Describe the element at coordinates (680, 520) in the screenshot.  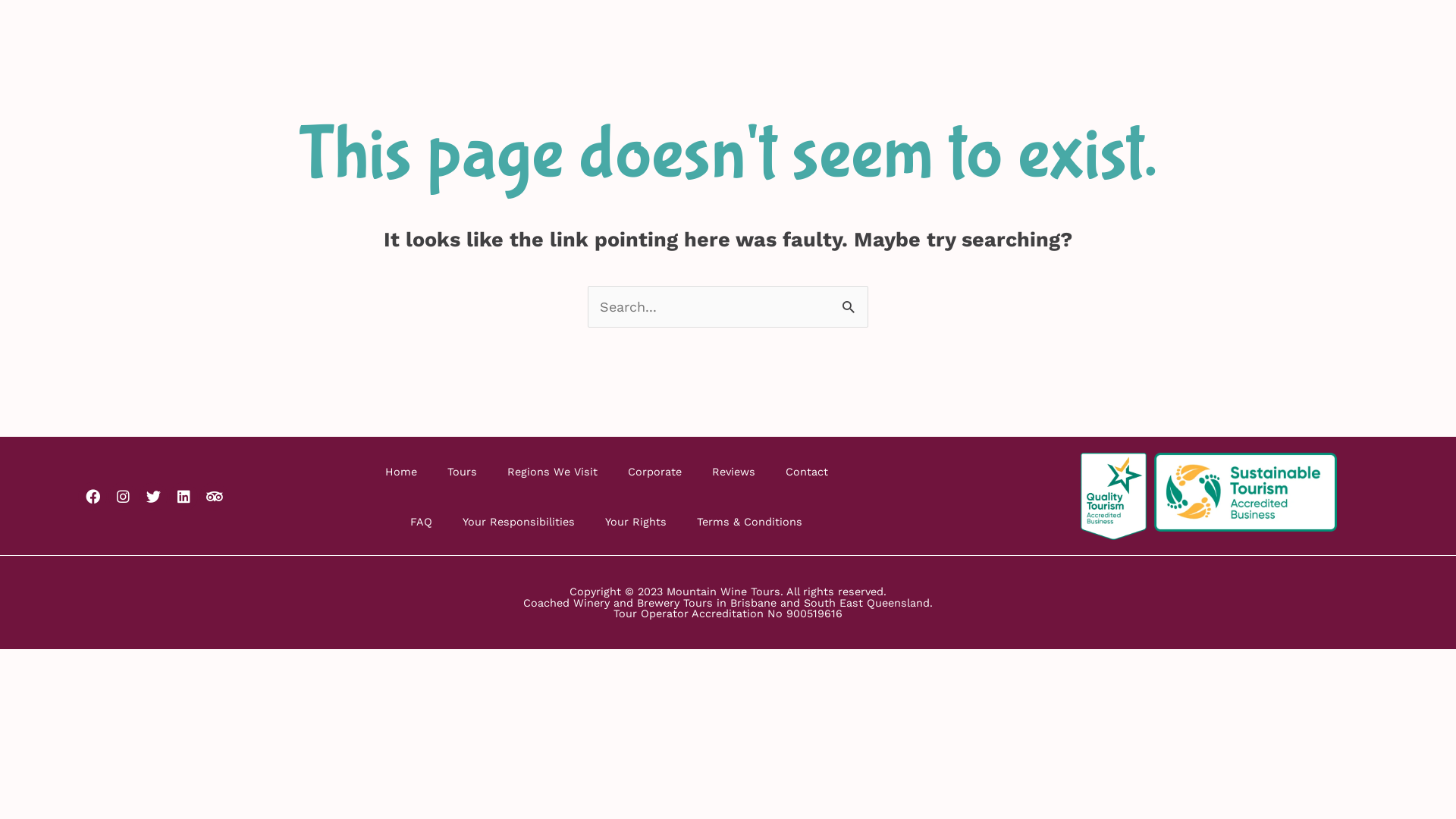
I see `'Terms & Conditions'` at that location.